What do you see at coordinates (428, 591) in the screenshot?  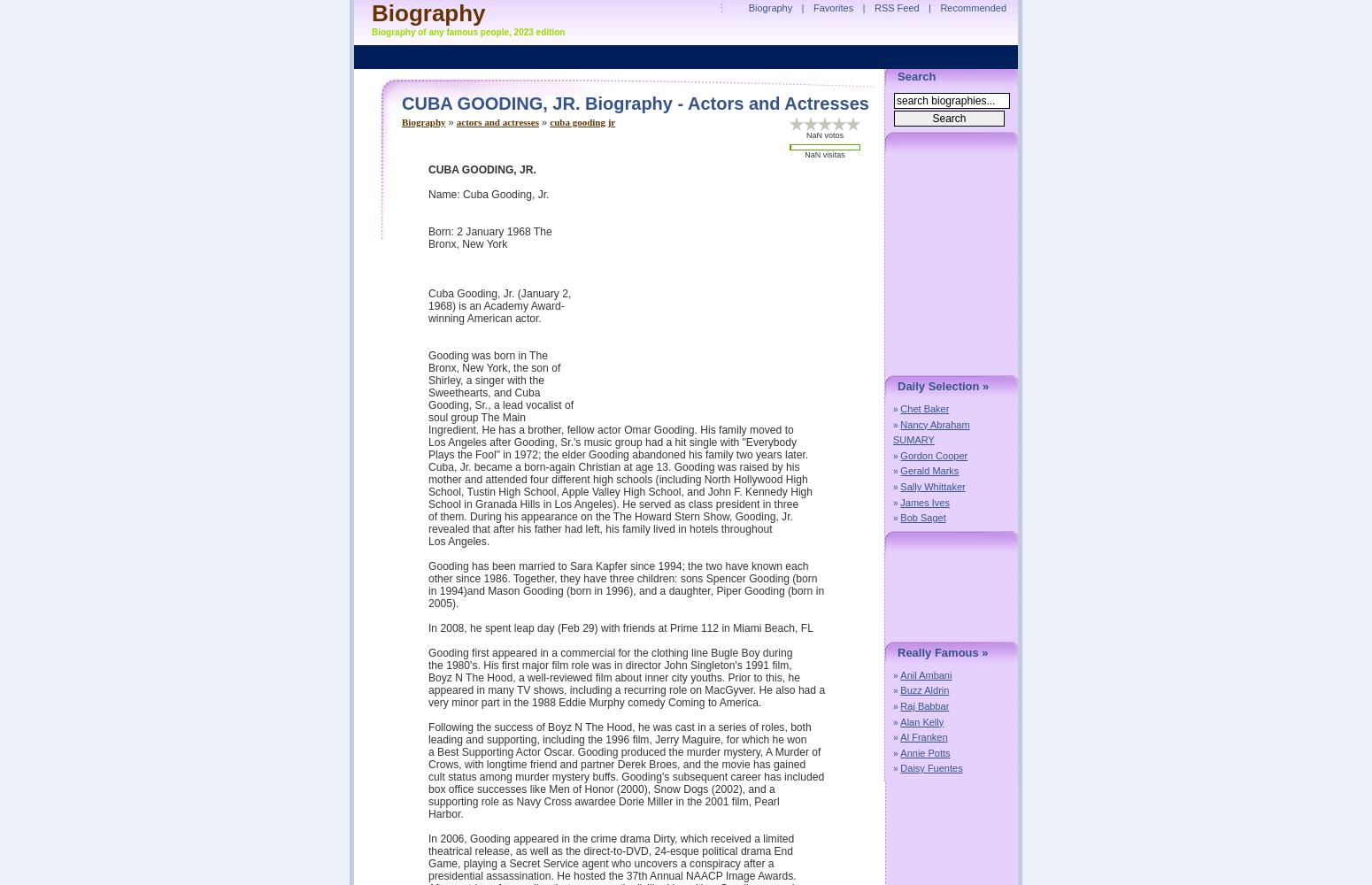 I see `'in 1994)and Mason Gooding (born in 1996), and a daughter, Piper Gooding (born in'` at bounding box center [428, 591].